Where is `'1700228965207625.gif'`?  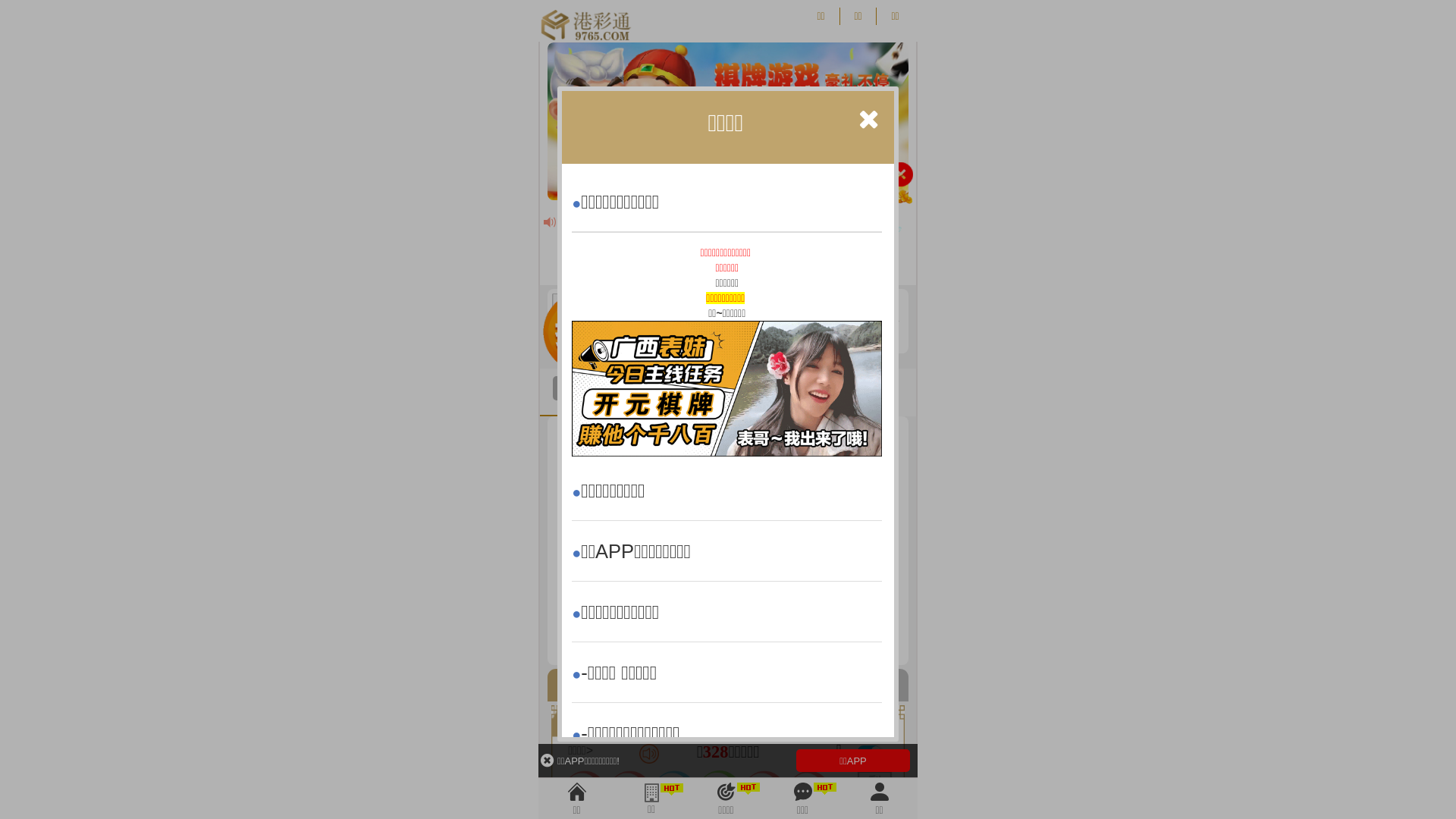
'1700228965207625.gif' is located at coordinates (726, 388).